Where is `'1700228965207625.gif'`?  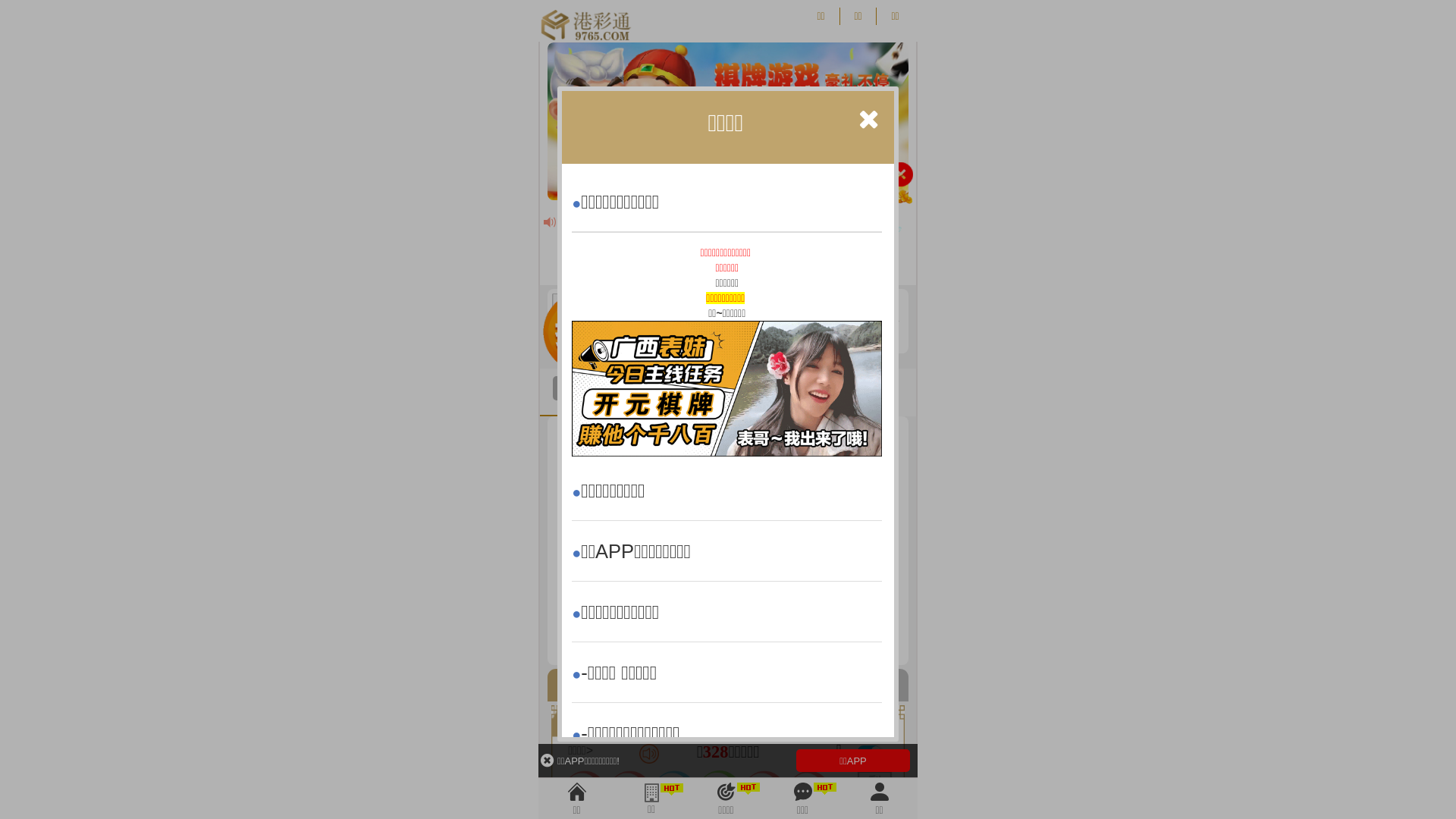
'1700228965207625.gif' is located at coordinates (726, 388).